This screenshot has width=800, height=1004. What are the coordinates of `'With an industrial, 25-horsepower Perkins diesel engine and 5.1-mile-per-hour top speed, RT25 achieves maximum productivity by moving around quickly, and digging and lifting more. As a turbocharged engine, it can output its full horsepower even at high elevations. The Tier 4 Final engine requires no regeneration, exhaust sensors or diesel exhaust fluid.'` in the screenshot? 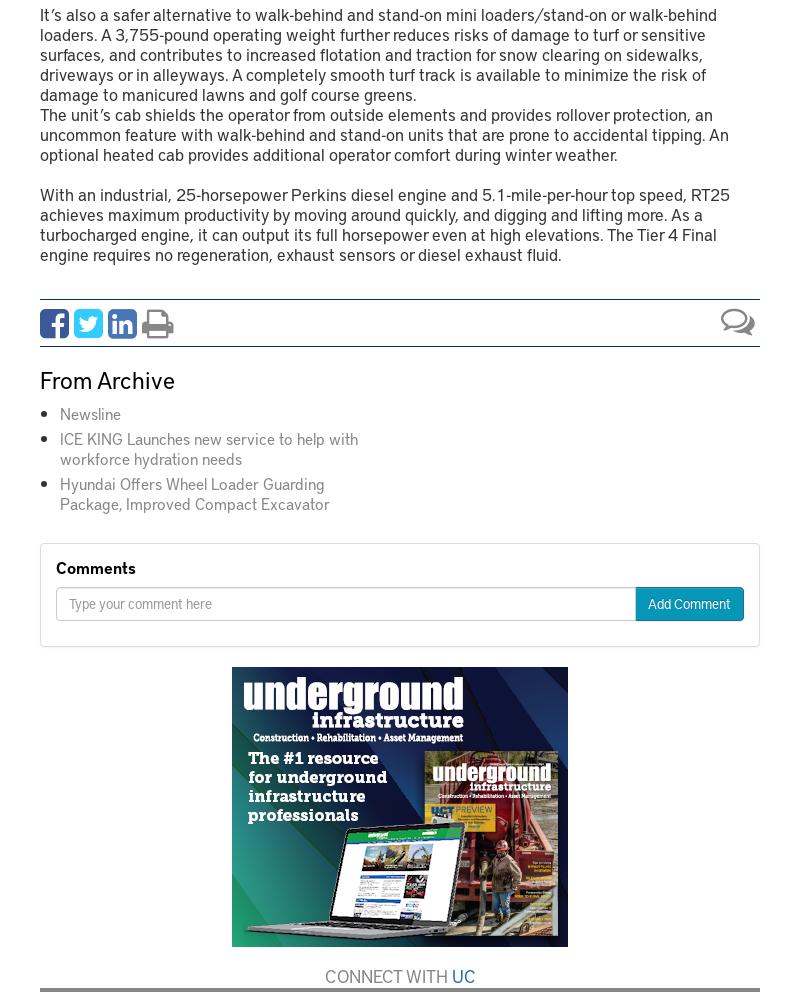 It's located at (384, 222).